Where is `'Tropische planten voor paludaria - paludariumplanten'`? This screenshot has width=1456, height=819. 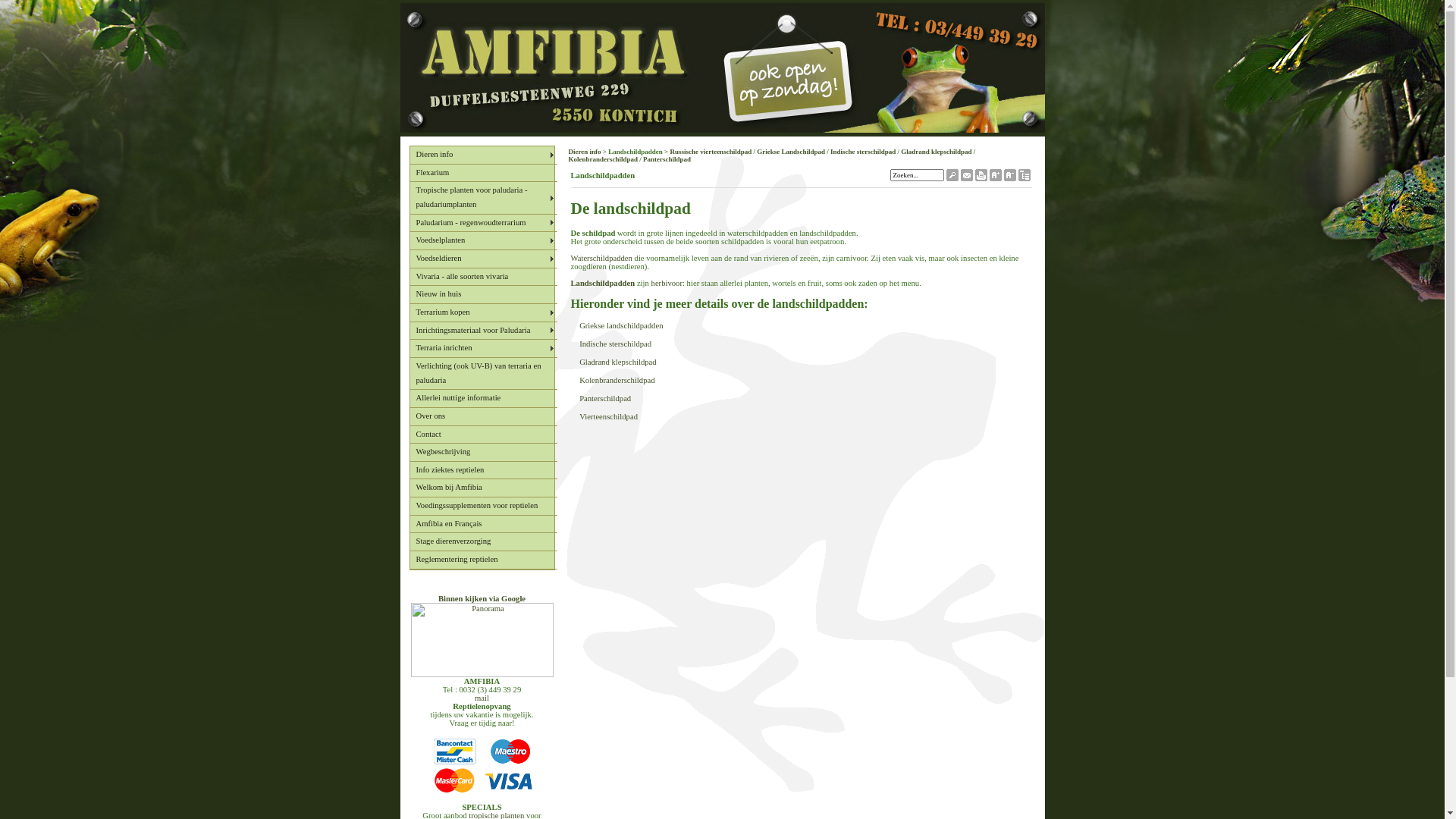
'Tropische planten voor paludaria - paludariumplanten' is located at coordinates (482, 197).